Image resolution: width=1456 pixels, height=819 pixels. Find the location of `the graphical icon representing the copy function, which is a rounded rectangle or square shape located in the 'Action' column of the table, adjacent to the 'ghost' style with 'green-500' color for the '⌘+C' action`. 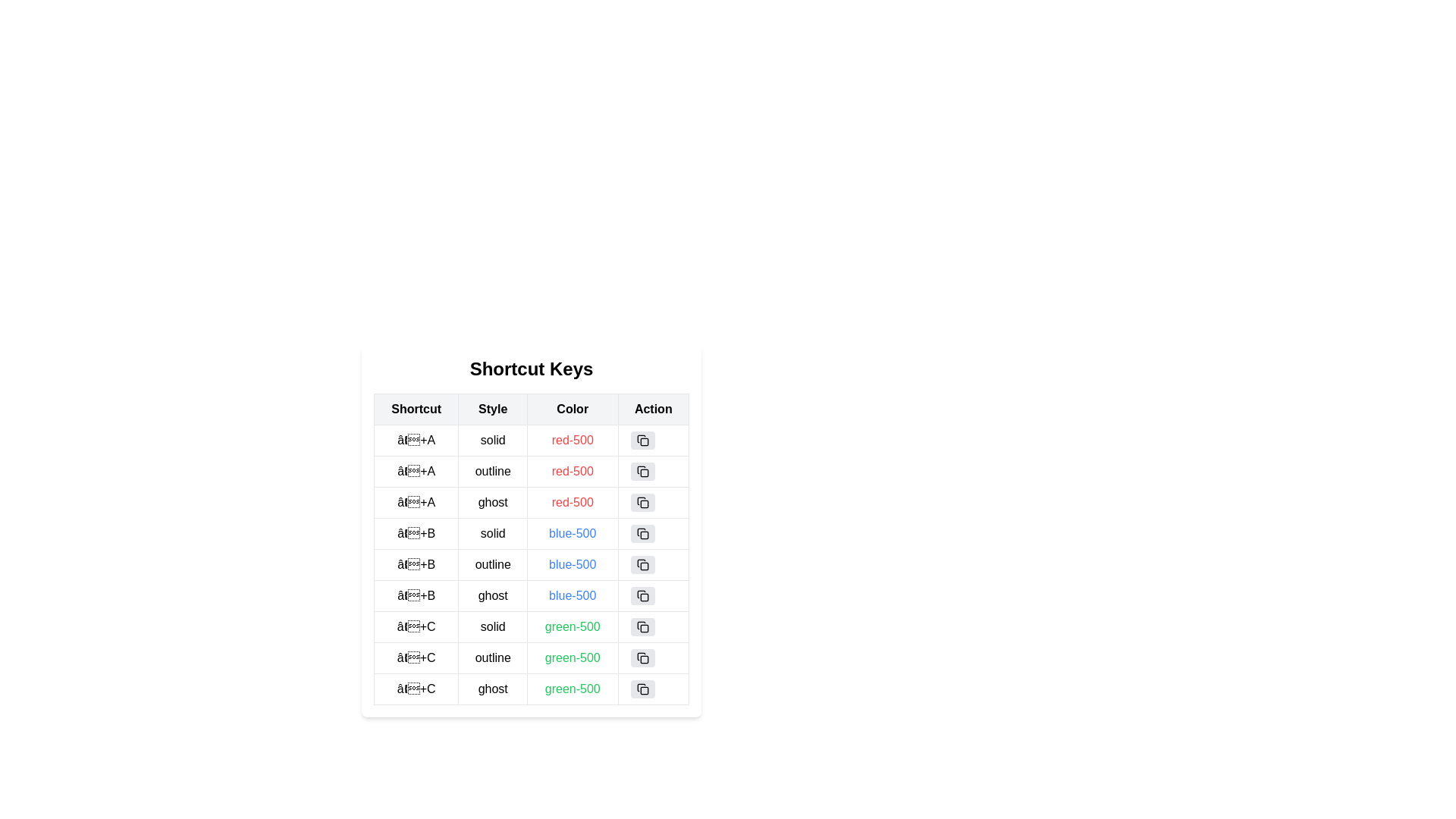

the graphical icon representing the copy function, which is a rounded rectangle or square shape located in the 'Action' column of the table, adjacent to the 'ghost' style with 'green-500' color for the '⌘+C' action is located at coordinates (644, 690).